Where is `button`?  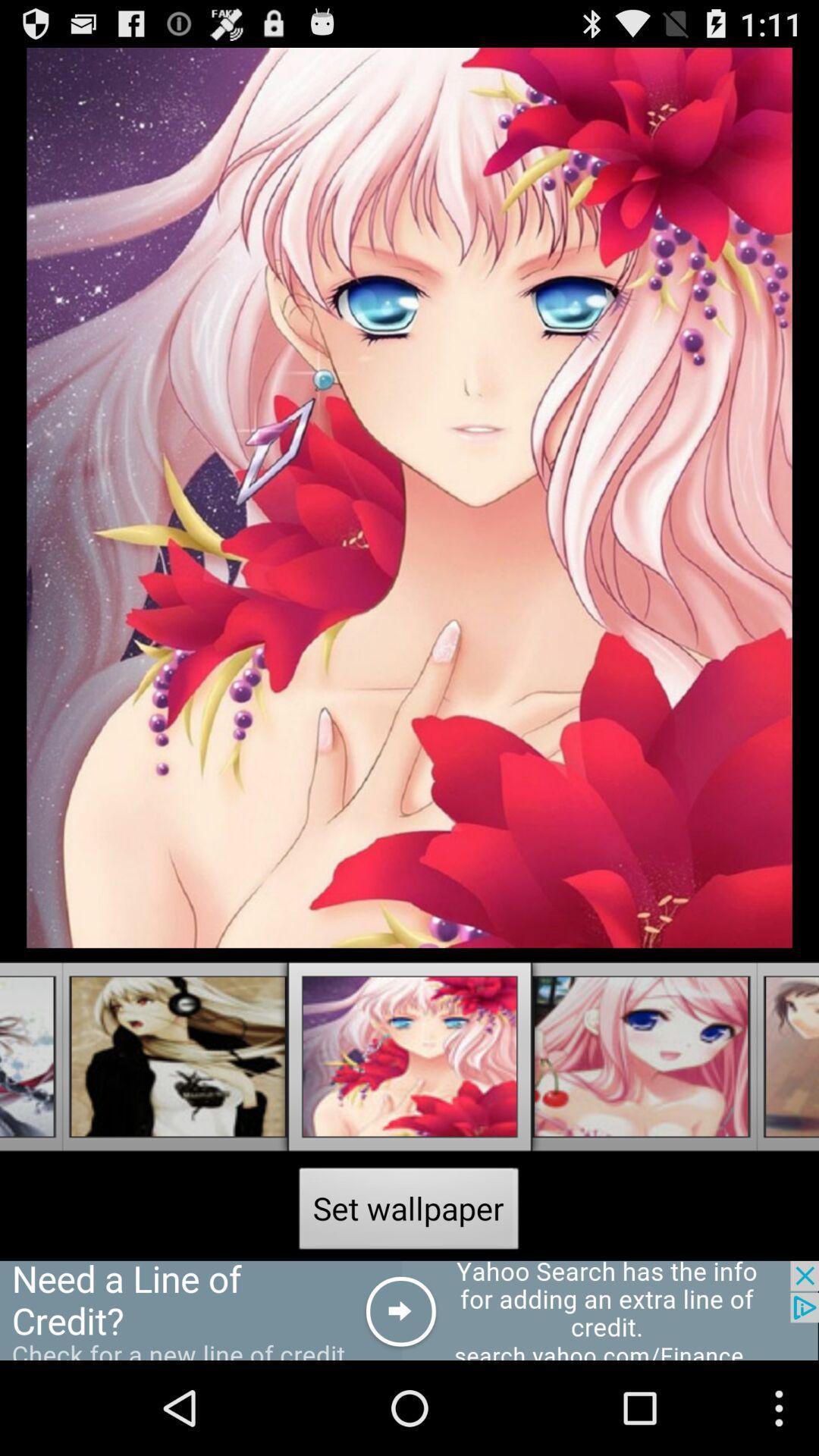
button is located at coordinates (409, 1310).